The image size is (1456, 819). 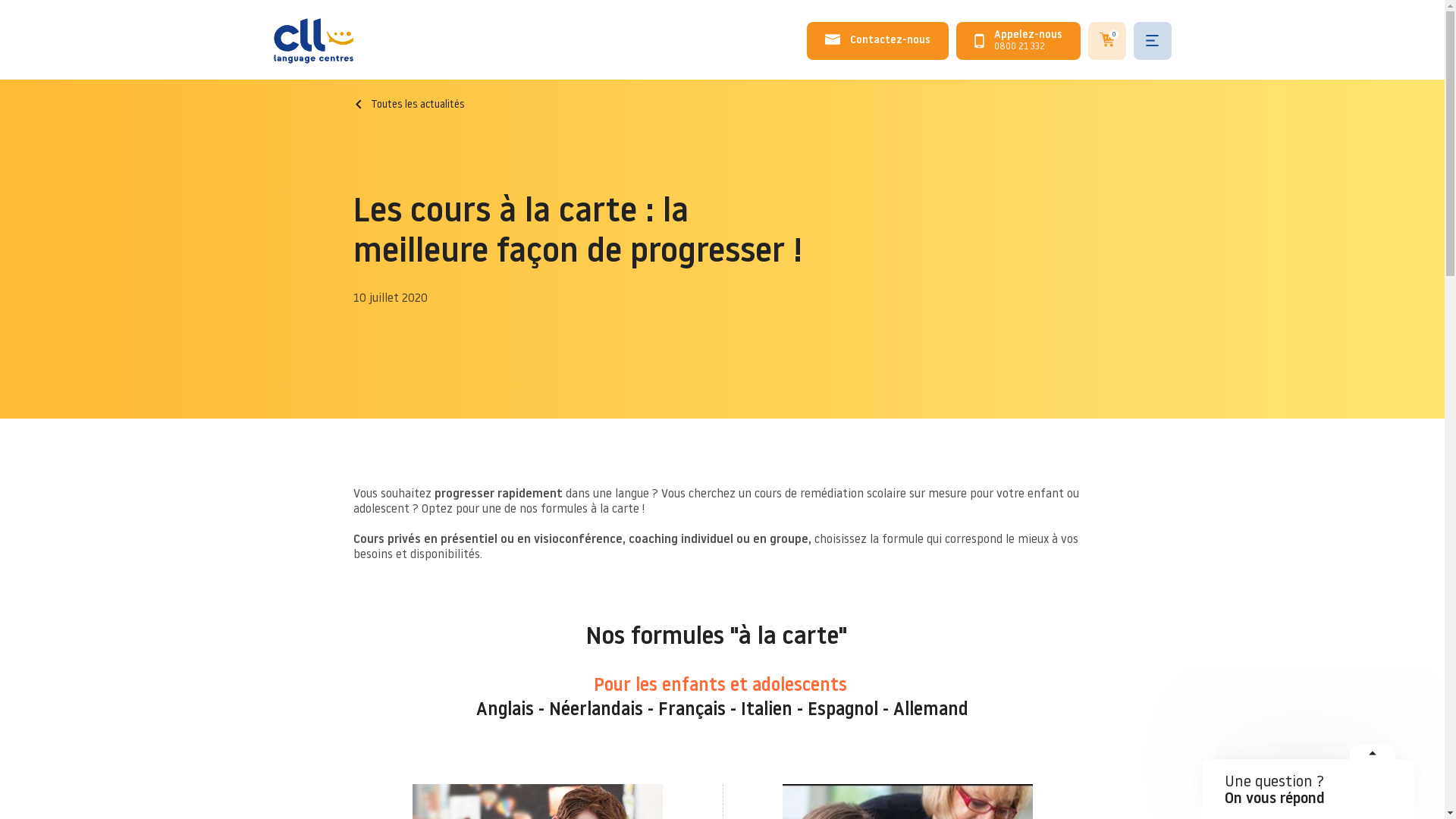 What do you see at coordinates (1018, 40) in the screenshot?
I see `'Appelez-nous` at bounding box center [1018, 40].